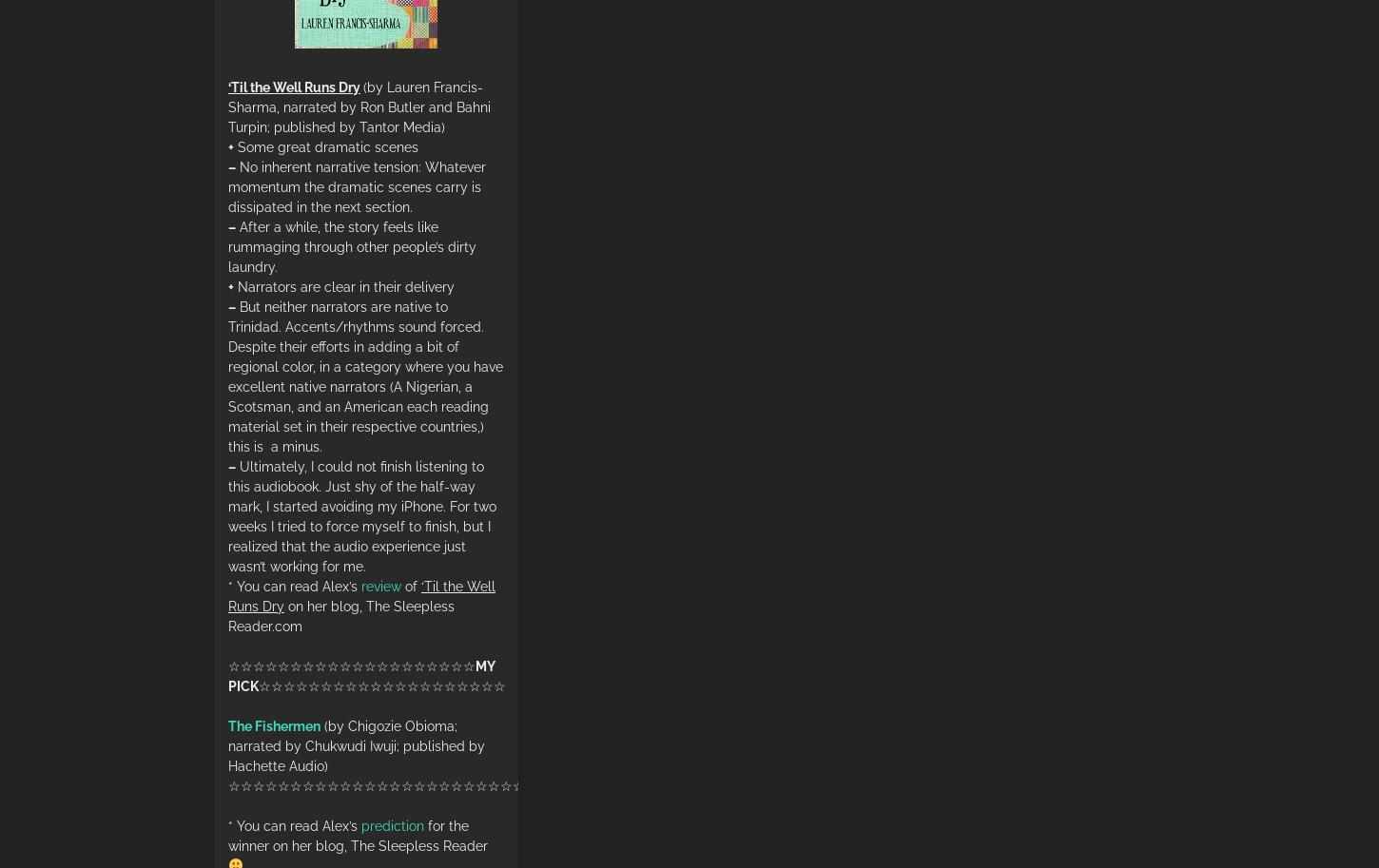 The height and width of the screenshot is (868, 1379). Describe the element at coordinates (295, 587) in the screenshot. I see `'* You can read Alex’s'` at that location.